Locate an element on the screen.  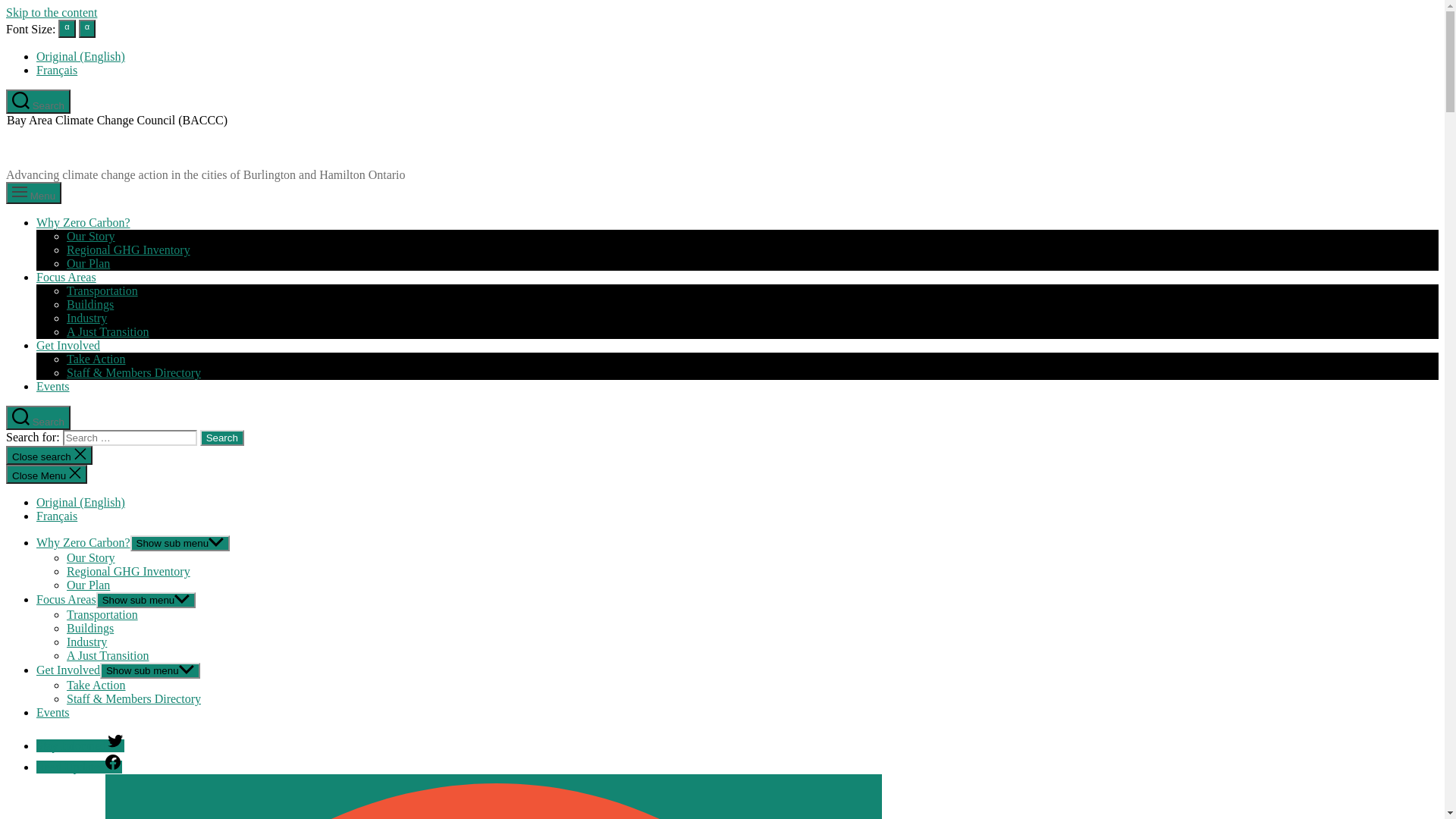
'Menu' is located at coordinates (33, 192).